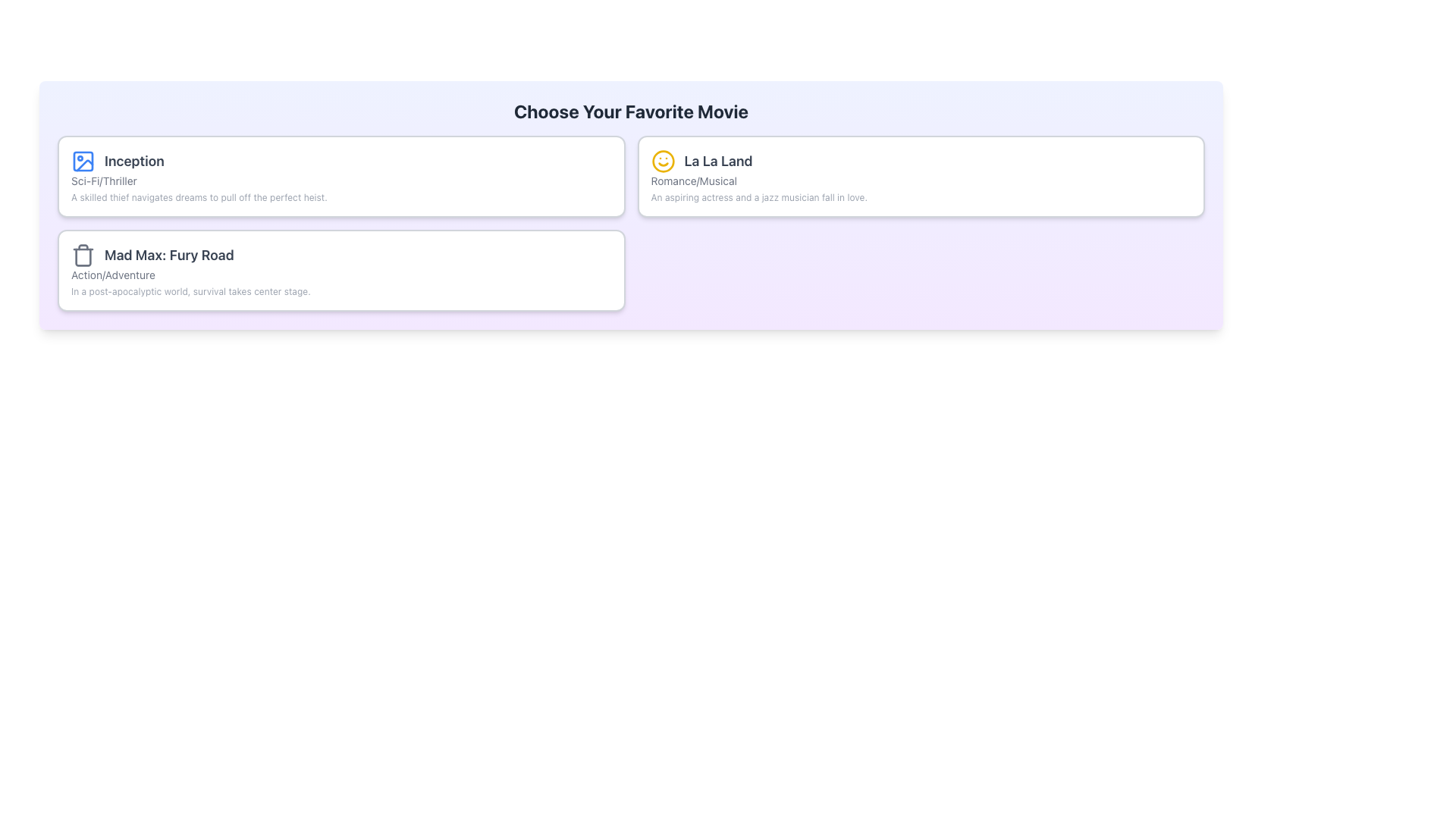 Image resolution: width=1456 pixels, height=819 pixels. What do you see at coordinates (717, 161) in the screenshot?
I see `the title text display of the movie 'La La Land', located in the third card, to the right of the smiley face emoji` at bounding box center [717, 161].